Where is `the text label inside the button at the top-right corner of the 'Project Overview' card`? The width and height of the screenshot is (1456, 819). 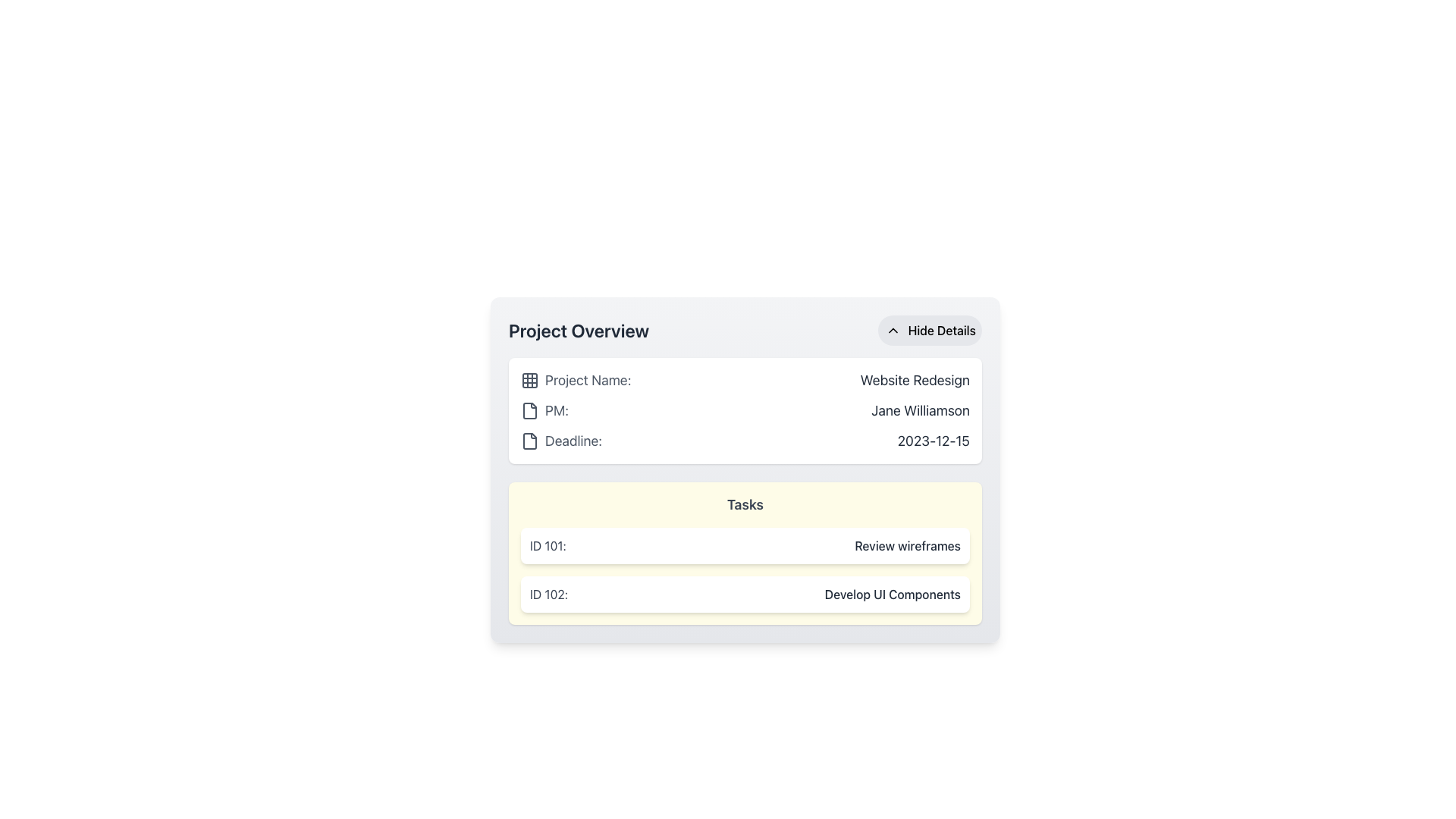
the text label inside the button at the top-right corner of the 'Project Overview' card is located at coordinates (941, 329).